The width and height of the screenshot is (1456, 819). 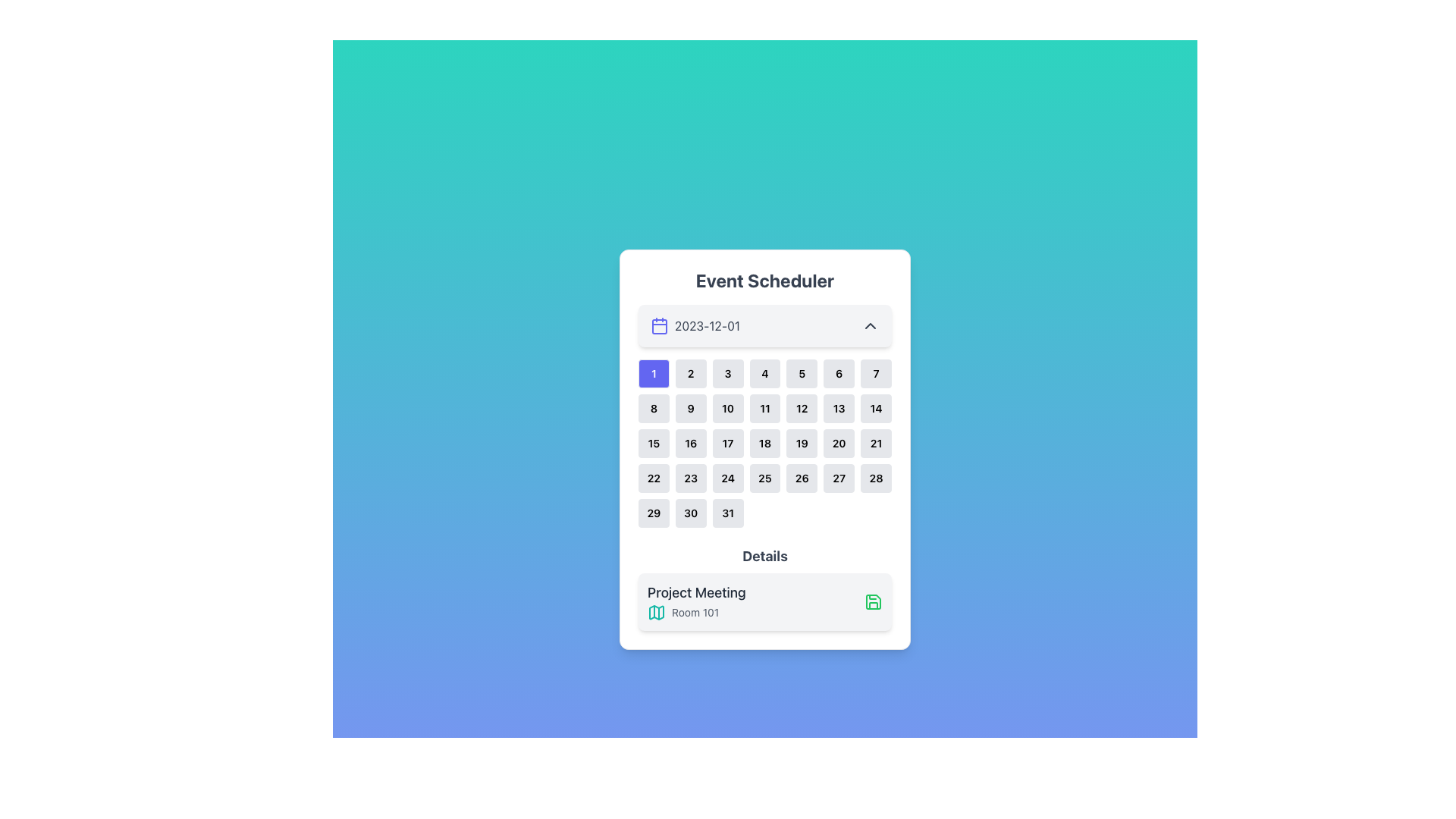 I want to click on the button representing the date '11' in the calendar grid interface, so click(x=764, y=408).